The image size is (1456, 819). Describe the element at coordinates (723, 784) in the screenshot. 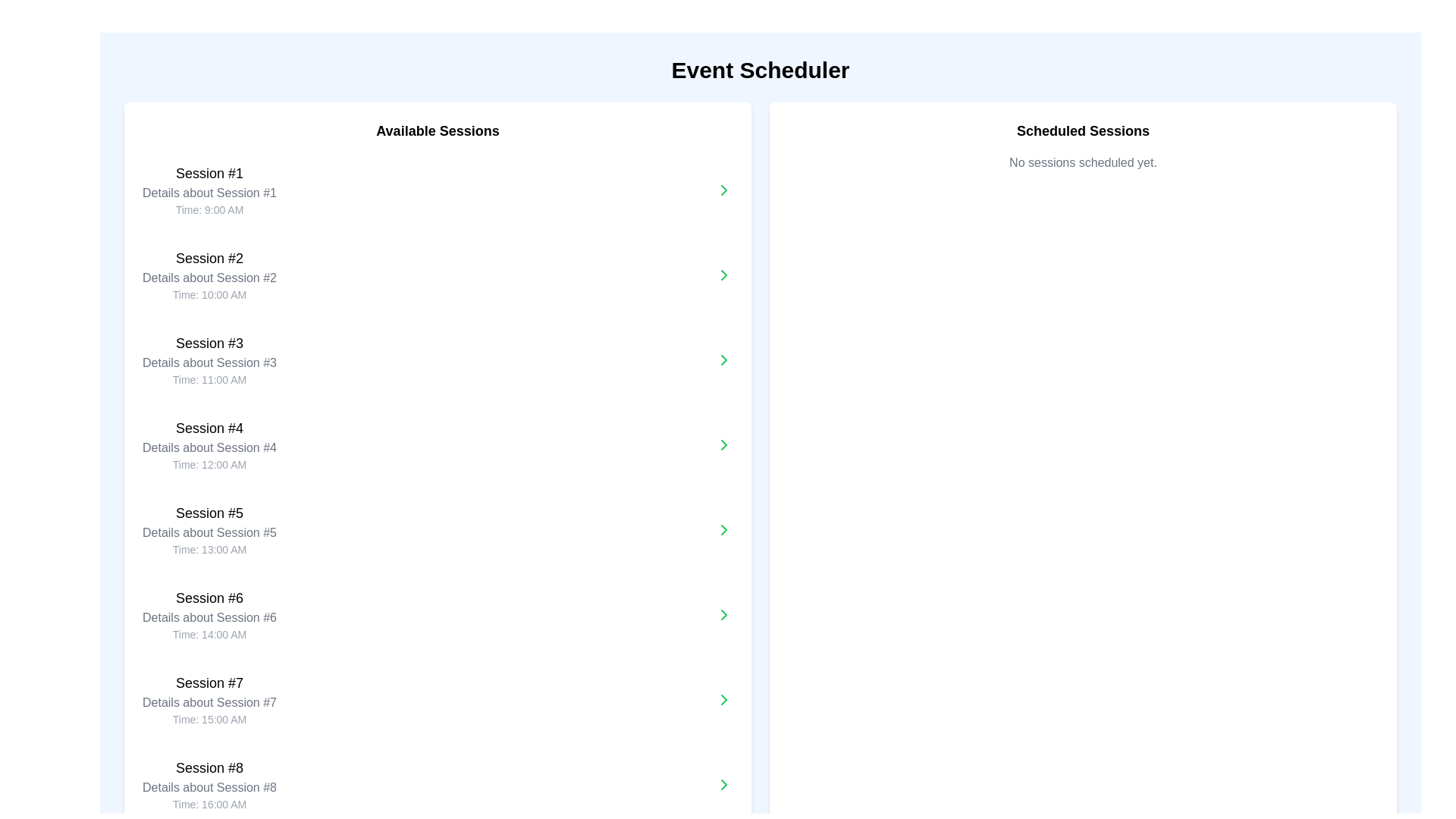

I see `the Chevron icon/button located at the far right of the 'Session #8' entry in the 'Available Sessions' list for keyboard navigation` at that location.